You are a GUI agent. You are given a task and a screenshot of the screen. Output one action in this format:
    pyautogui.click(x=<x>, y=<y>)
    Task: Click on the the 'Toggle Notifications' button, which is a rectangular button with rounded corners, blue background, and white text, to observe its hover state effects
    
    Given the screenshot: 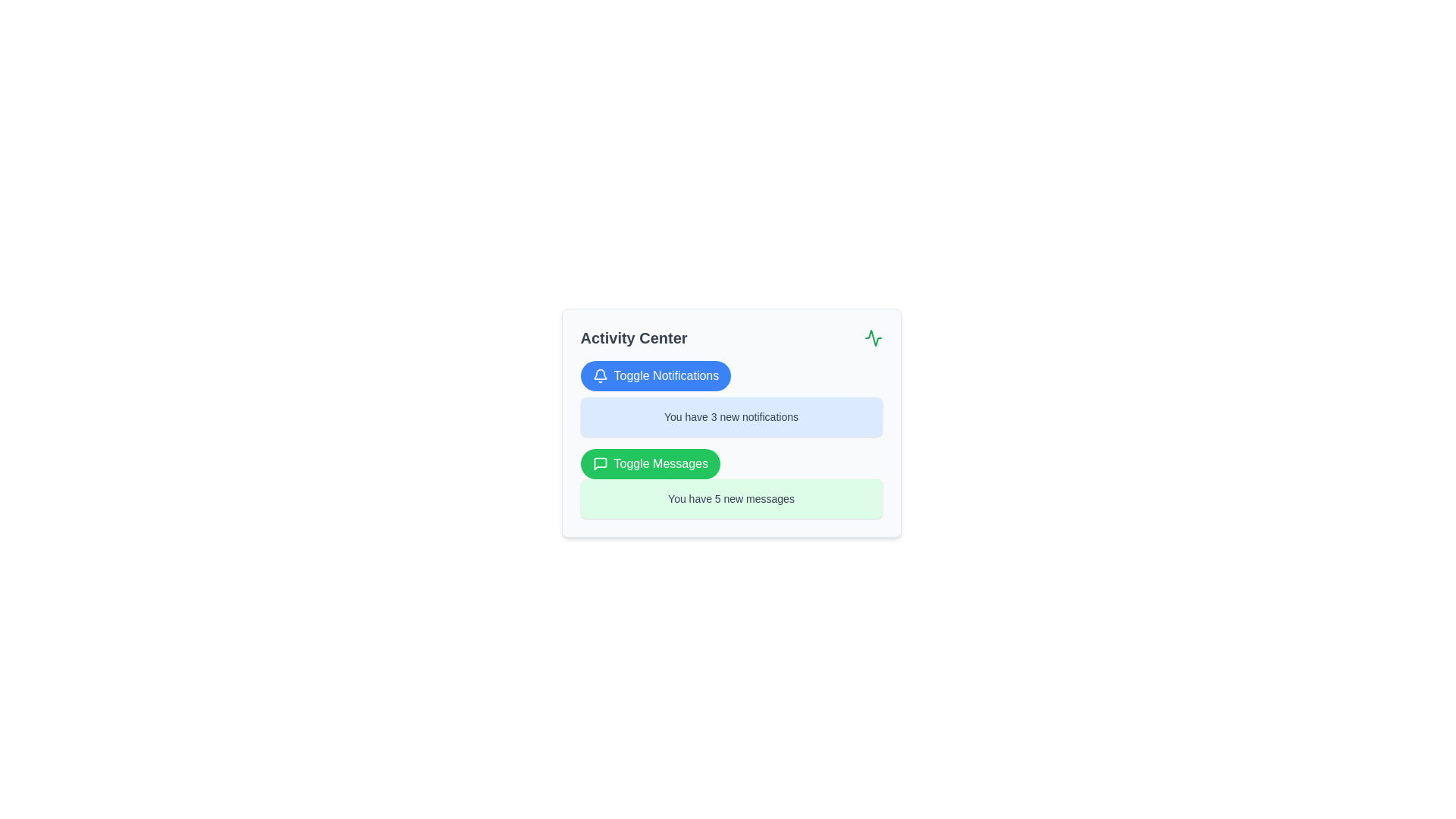 What is the action you would take?
    pyautogui.click(x=655, y=375)
    